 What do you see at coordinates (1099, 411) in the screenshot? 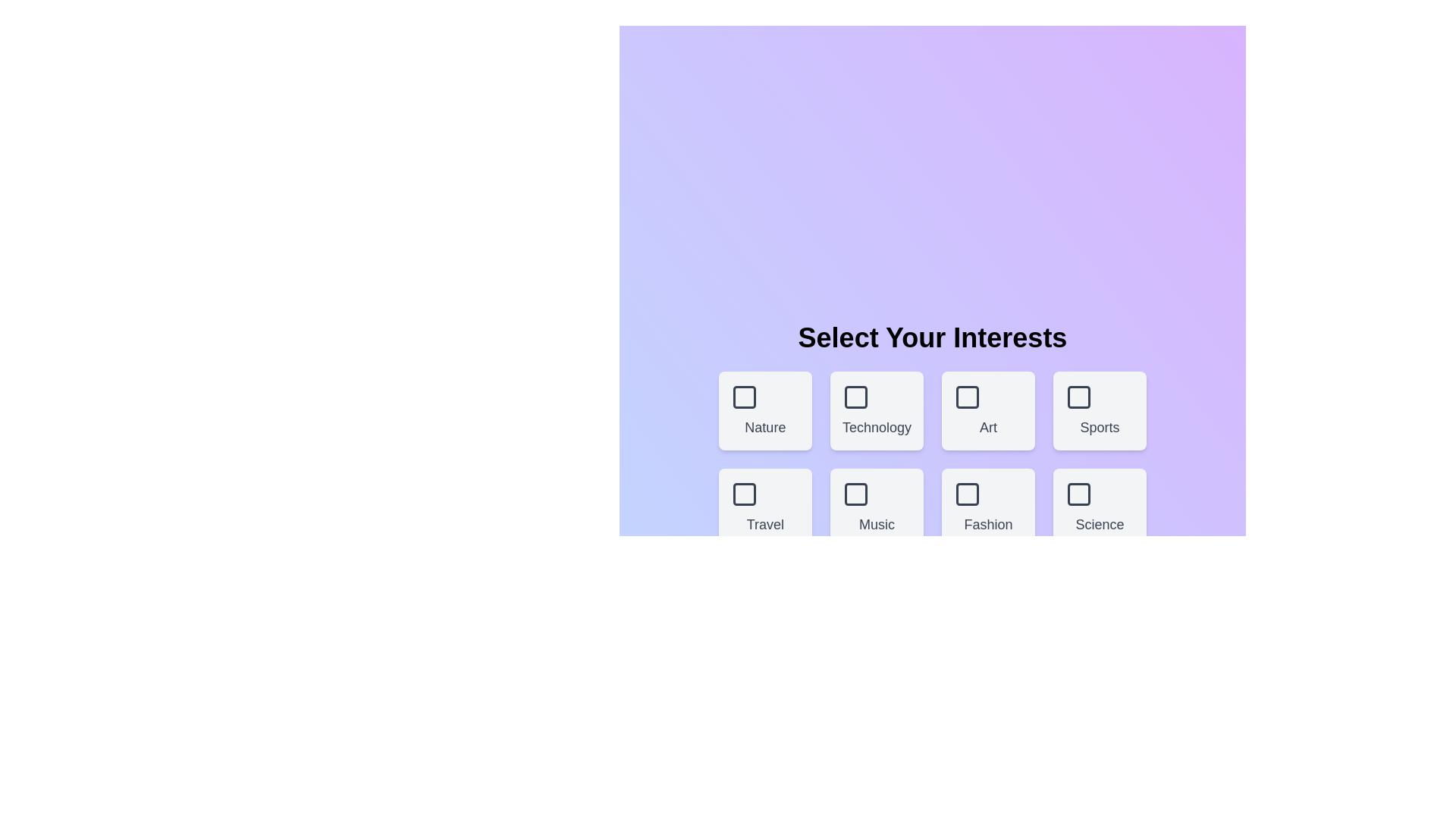
I see `the box corresponding to the theme Sports to select or deselect it` at bounding box center [1099, 411].